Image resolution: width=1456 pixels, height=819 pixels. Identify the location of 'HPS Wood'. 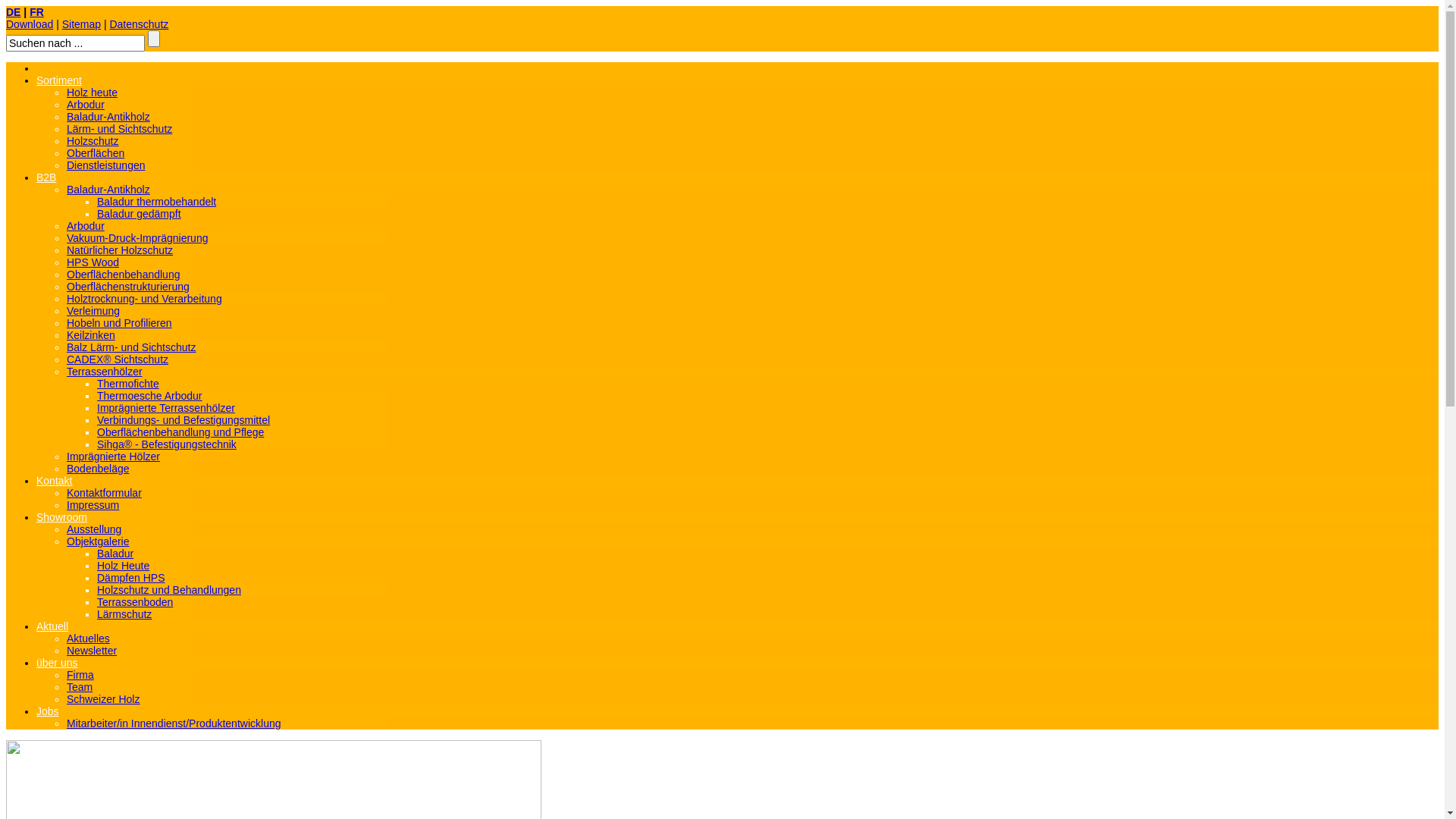
(92, 262).